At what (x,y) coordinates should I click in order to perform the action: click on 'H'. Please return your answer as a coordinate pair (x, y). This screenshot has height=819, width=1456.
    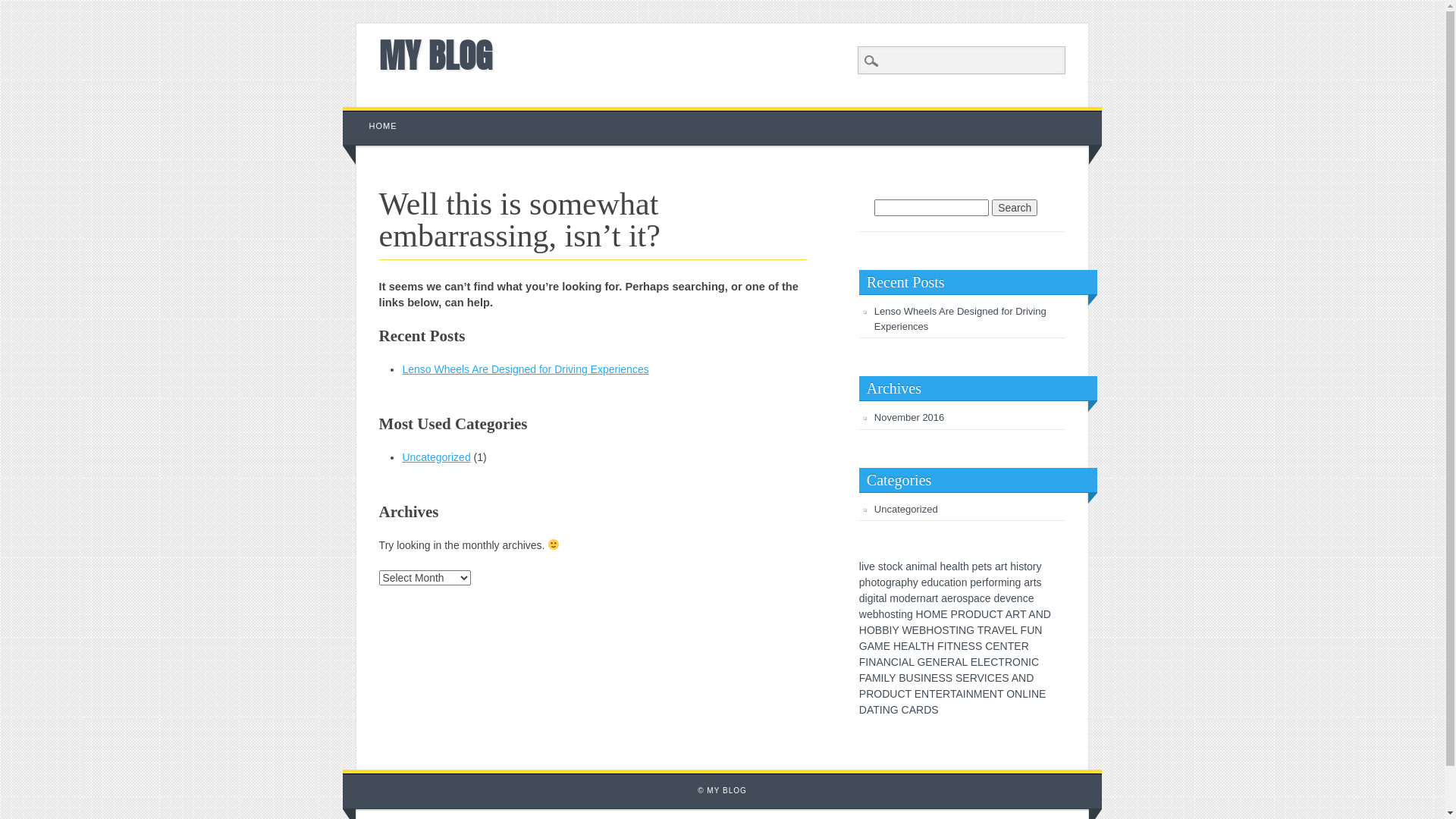
    Looking at the image, I should click on (858, 629).